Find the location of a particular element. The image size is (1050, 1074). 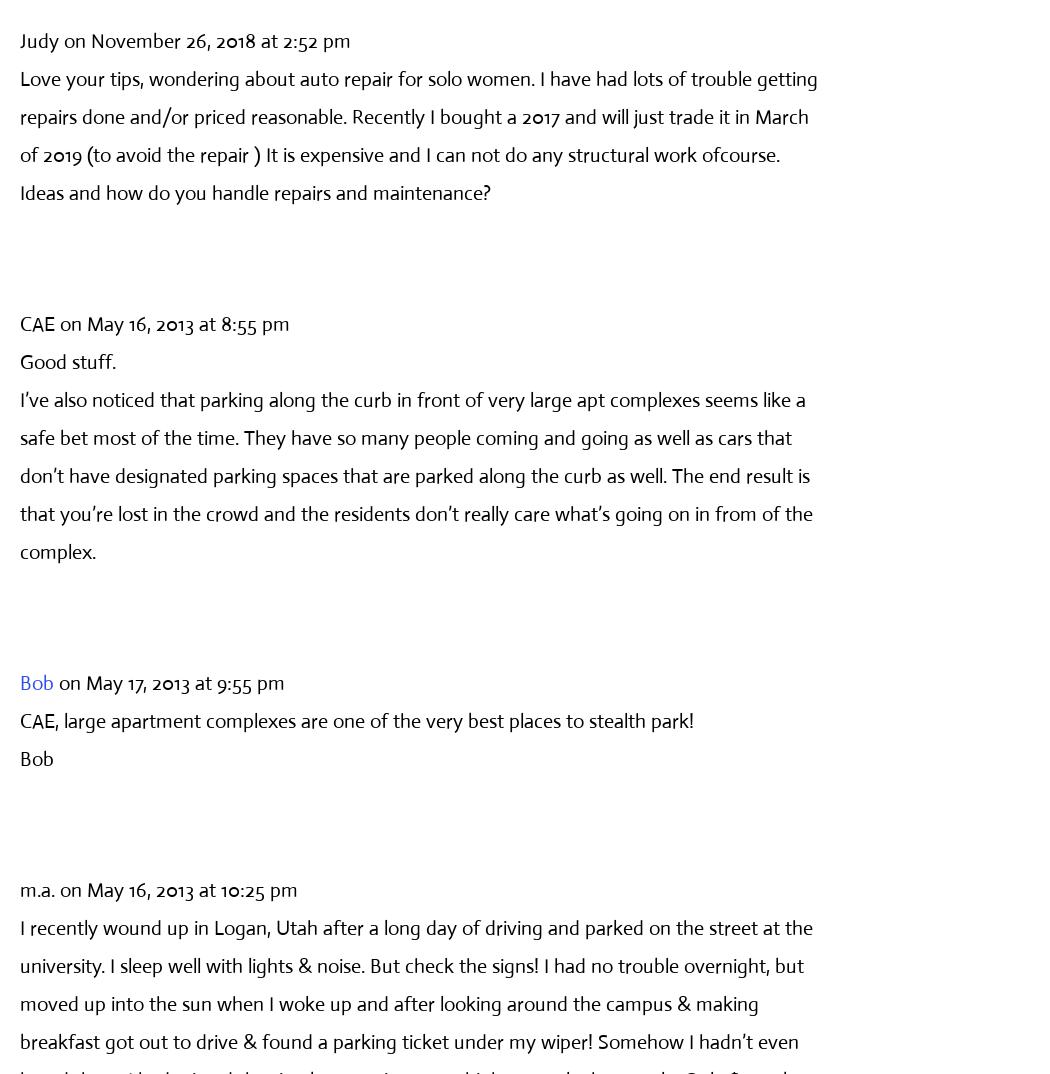

'on May 16, 2013 at 8:55 pm' is located at coordinates (175, 322).